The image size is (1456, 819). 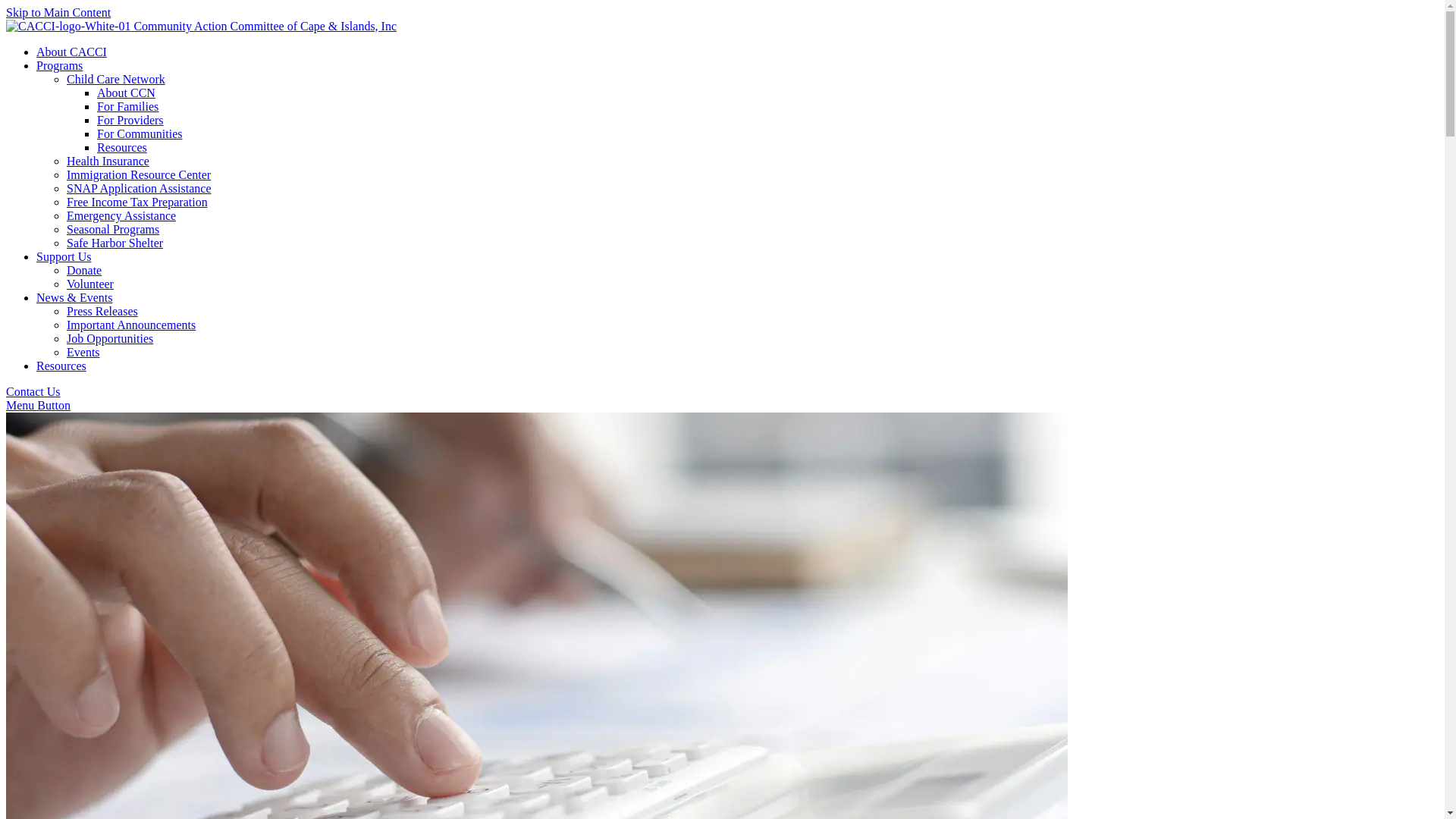 What do you see at coordinates (62, 256) in the screenshot?
I see `'Support Us'` at bounding box center [62, 256].